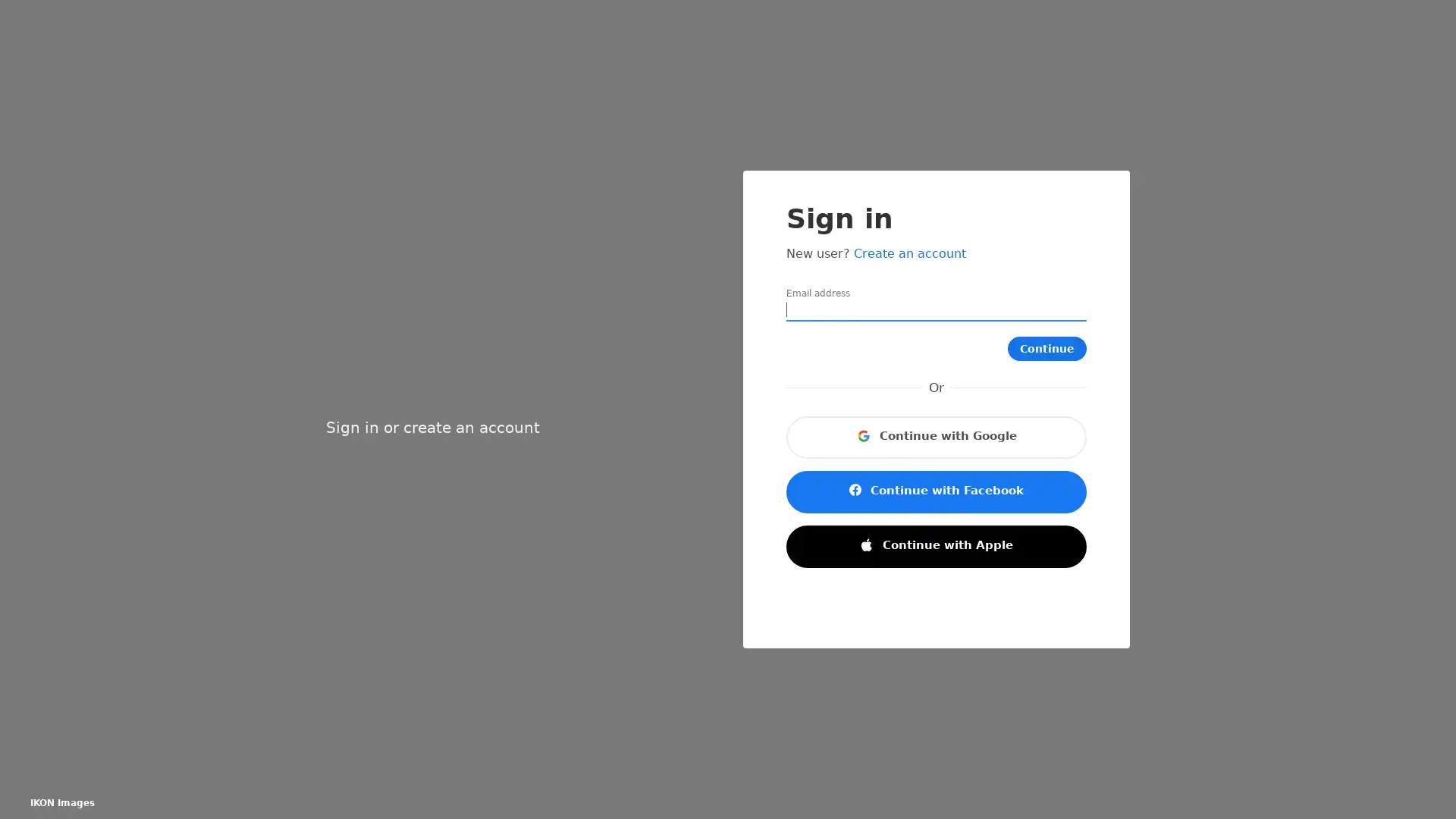  What do you see at coordinates (1053, 348) in the screenshot?
I see `Continue` at bounding box center [1053, 348].